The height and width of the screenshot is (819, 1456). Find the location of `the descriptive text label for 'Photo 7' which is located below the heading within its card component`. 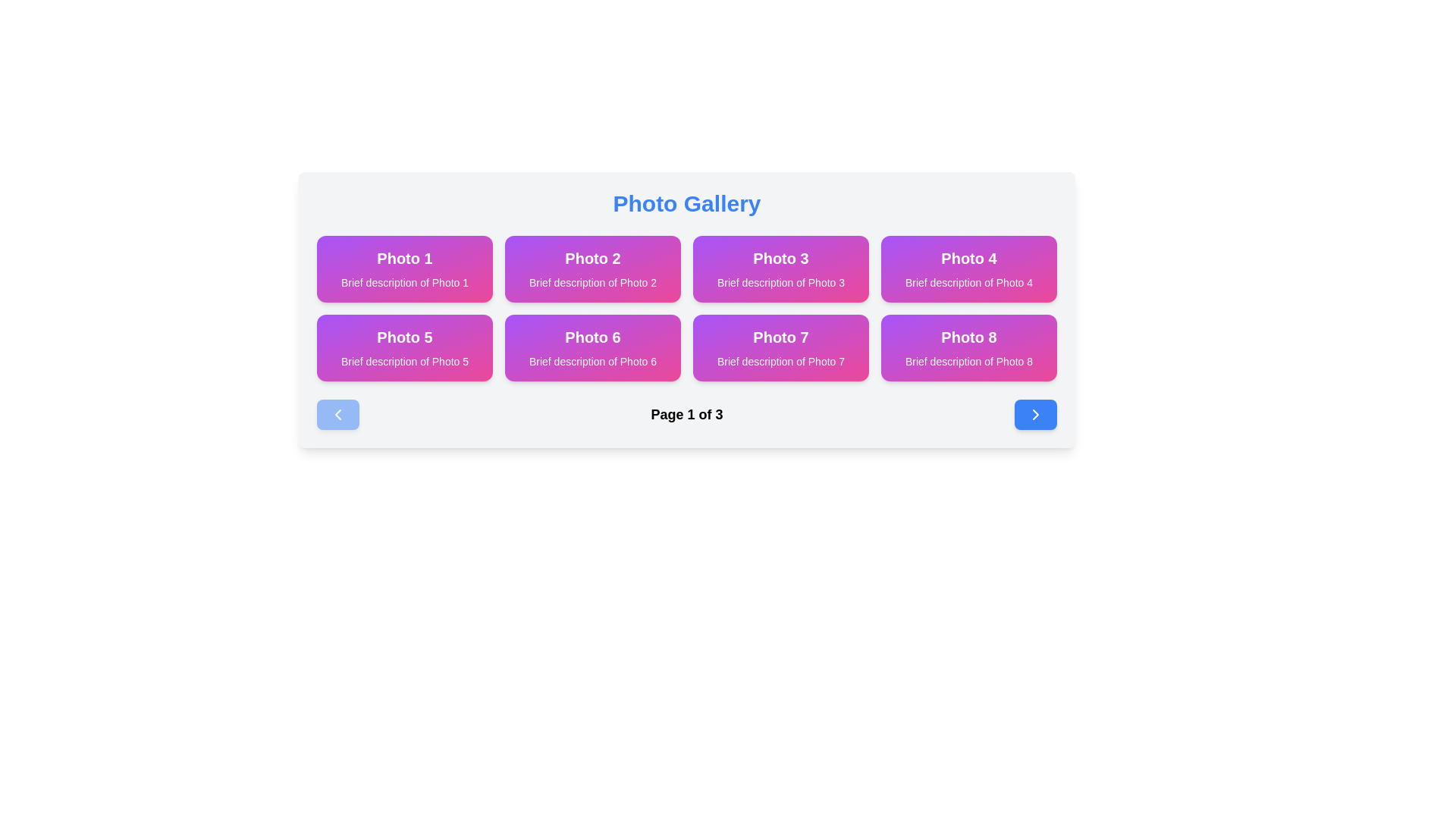

the descriptive text label for 'Photo 7' which is located below the heading within its card component is located at coordinates (781, 362).